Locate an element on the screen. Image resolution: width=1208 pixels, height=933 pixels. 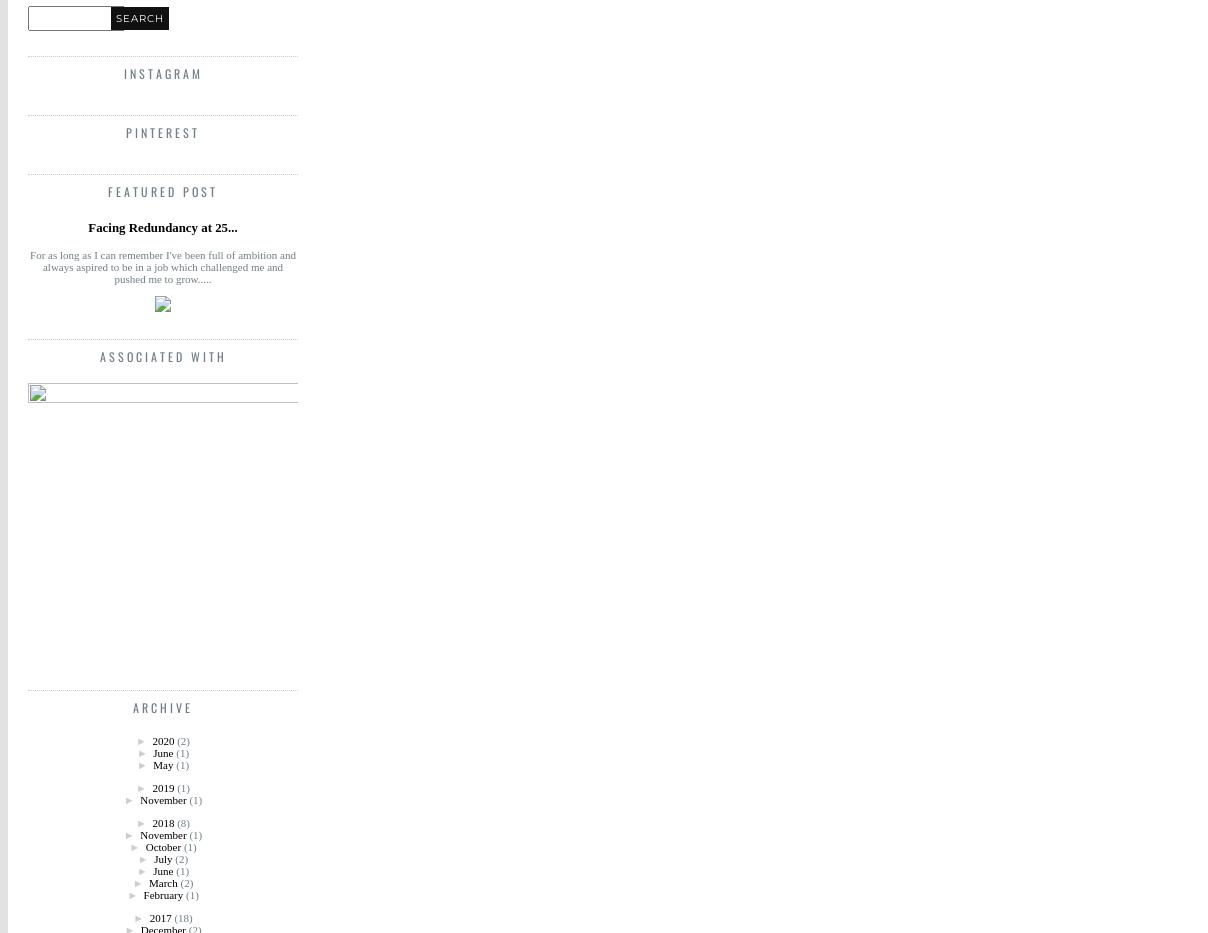
'2018' is located at coordinates (162, 822).